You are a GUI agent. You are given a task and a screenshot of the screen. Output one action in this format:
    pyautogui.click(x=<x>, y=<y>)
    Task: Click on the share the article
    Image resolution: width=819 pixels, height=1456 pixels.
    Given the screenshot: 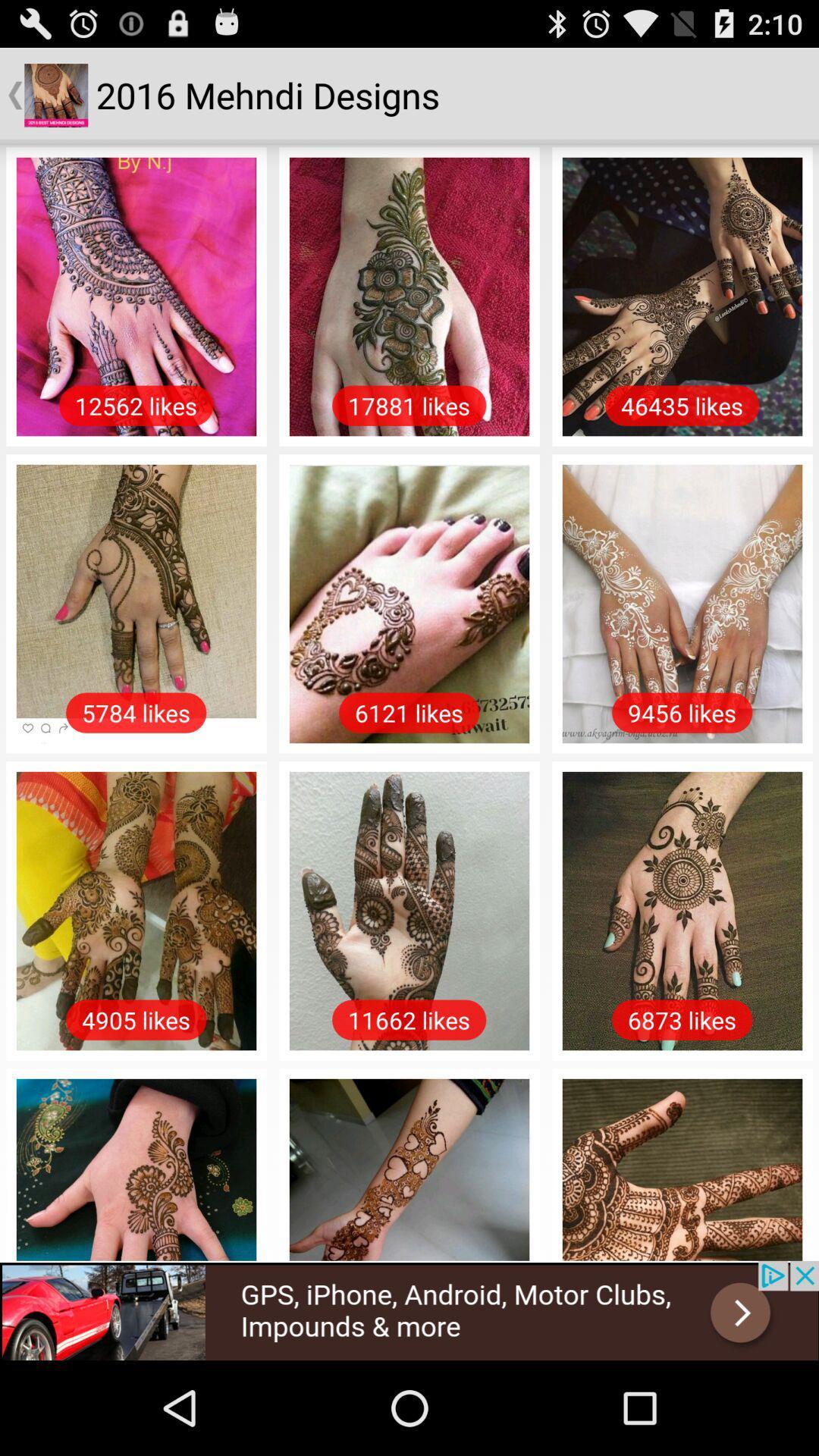 What is the action you would take?
    pyautogui.click(x=409, y=1310)
    